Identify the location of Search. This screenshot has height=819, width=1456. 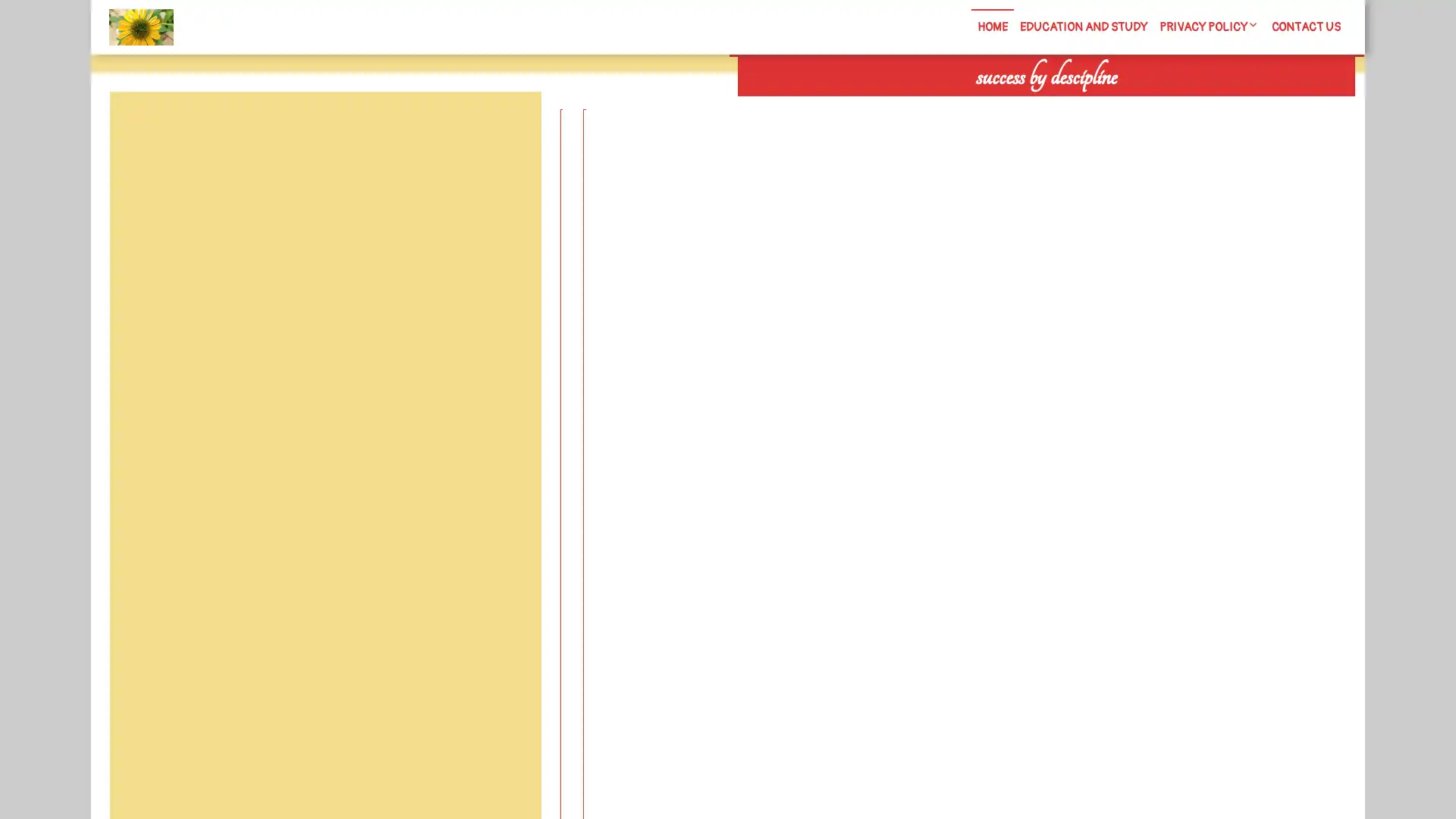
(1181, 106).